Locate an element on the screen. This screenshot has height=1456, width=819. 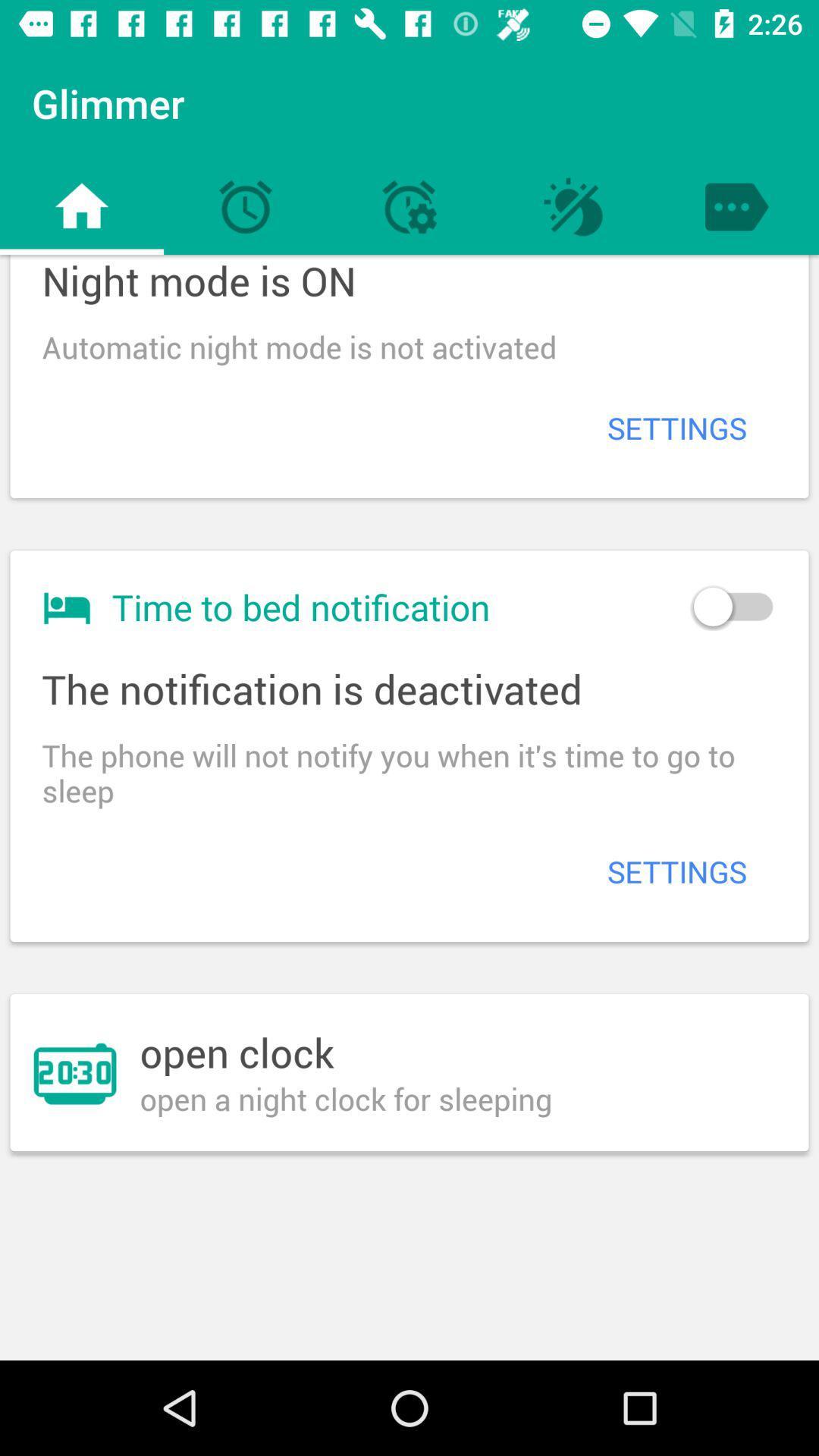
icon to the right of time to bed icon is located at coordinates (732, 607).